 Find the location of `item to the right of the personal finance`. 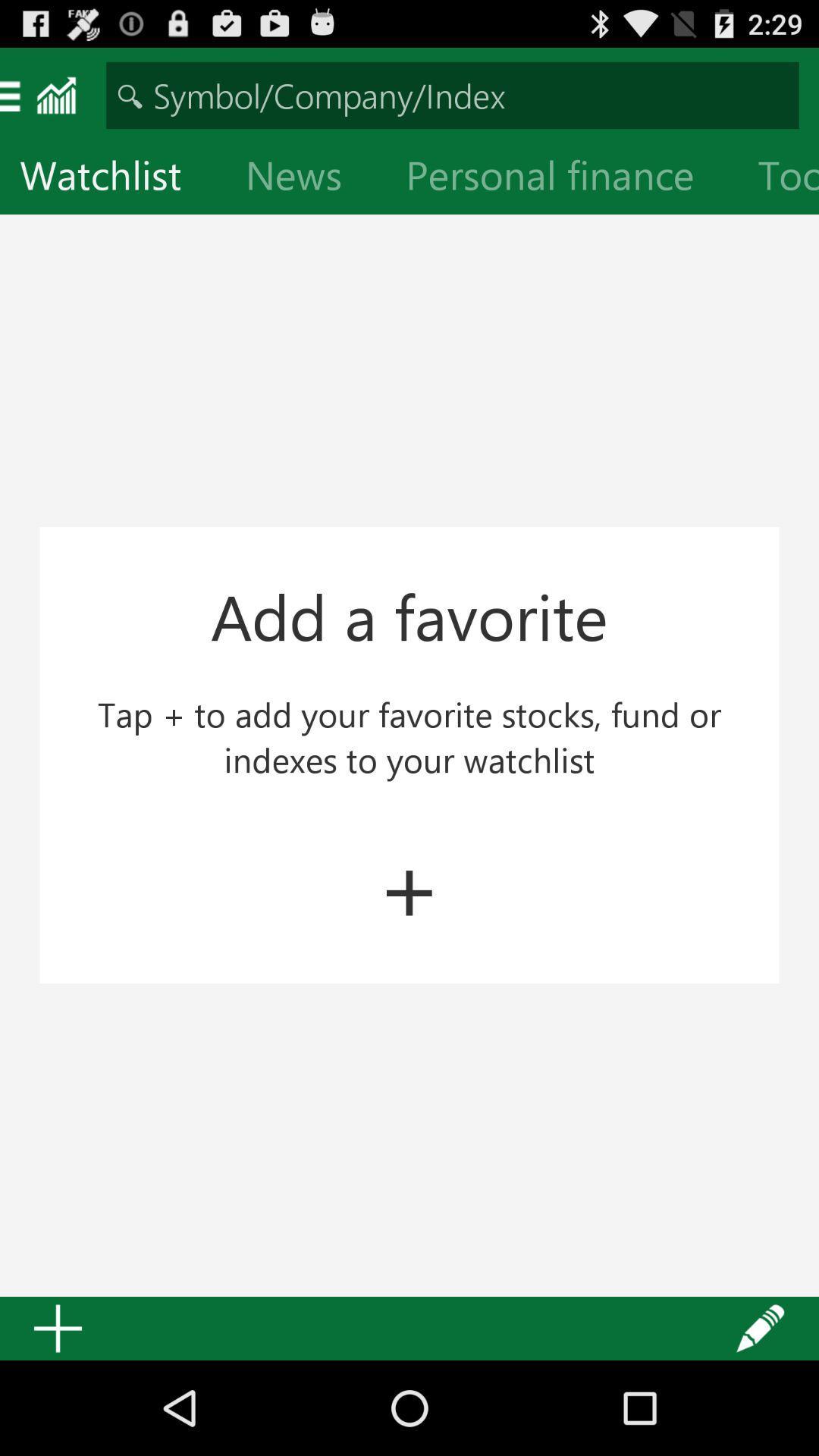

item to the right of the personal finance is located at coordinates (778, 178).